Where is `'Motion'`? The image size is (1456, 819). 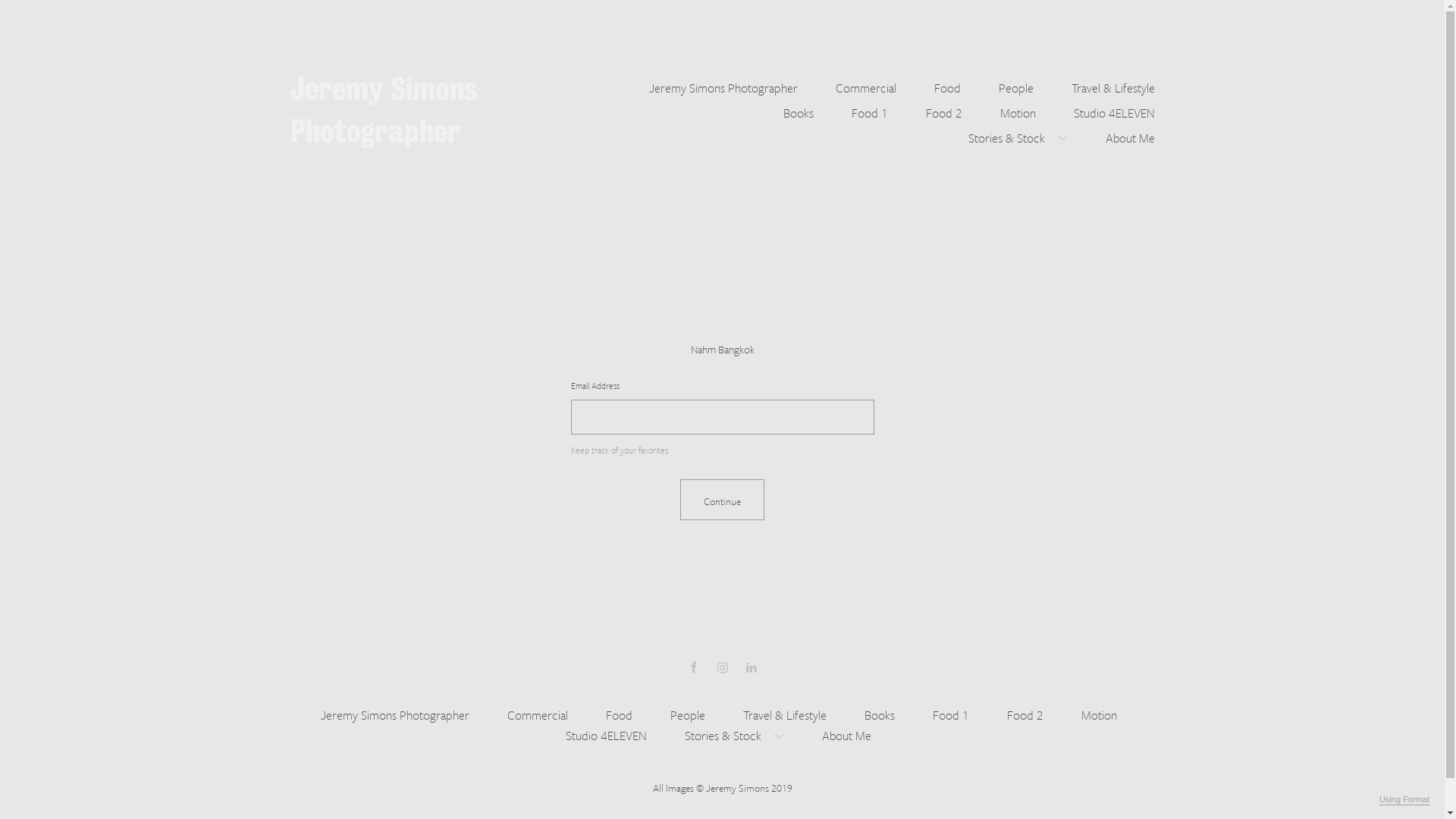
'Motion' is located at coordinates (1099, 713).